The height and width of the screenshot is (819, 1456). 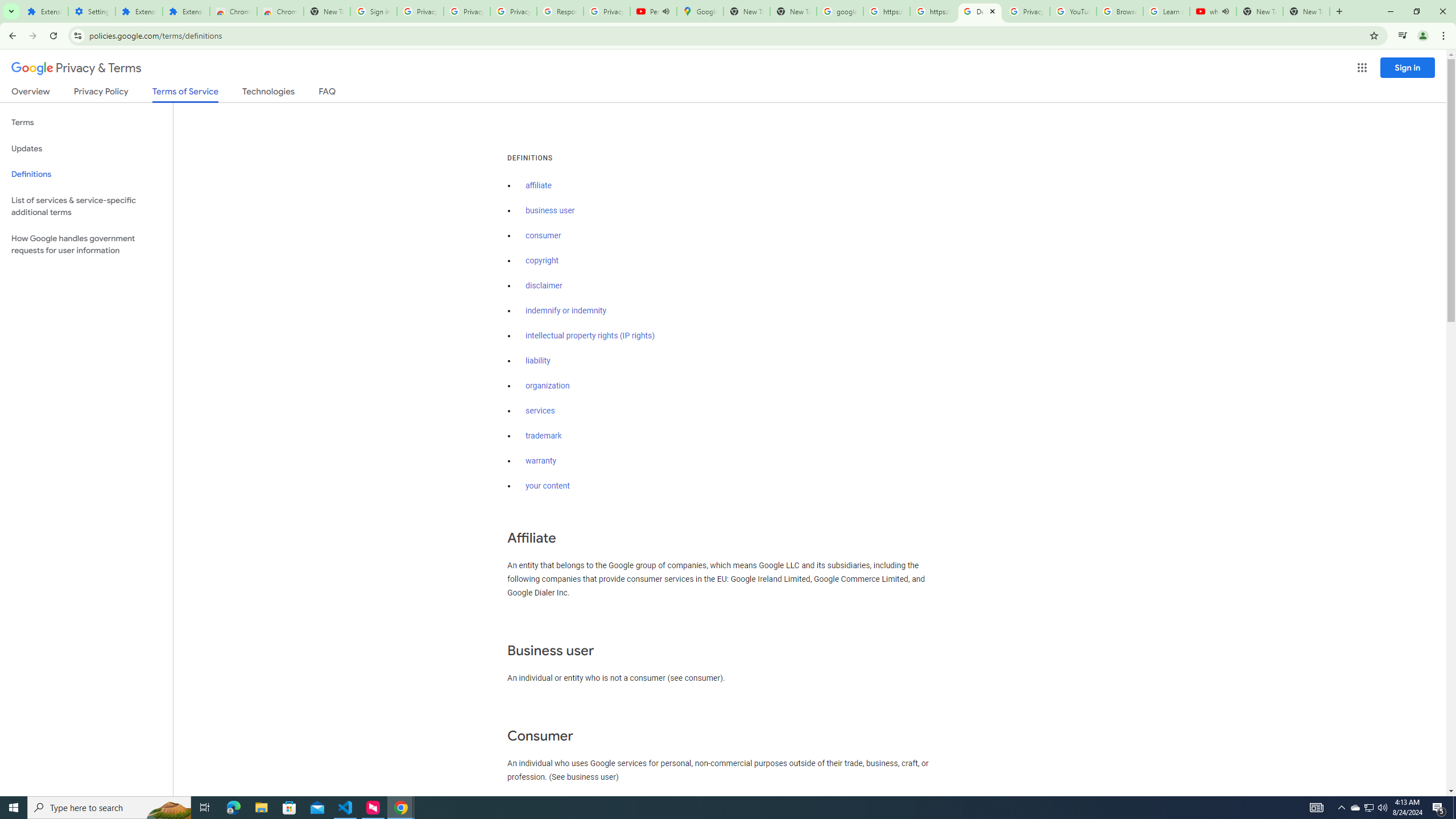 I want to click on 'intellectual property rights (IP rights)', so click(x=590, y=336).